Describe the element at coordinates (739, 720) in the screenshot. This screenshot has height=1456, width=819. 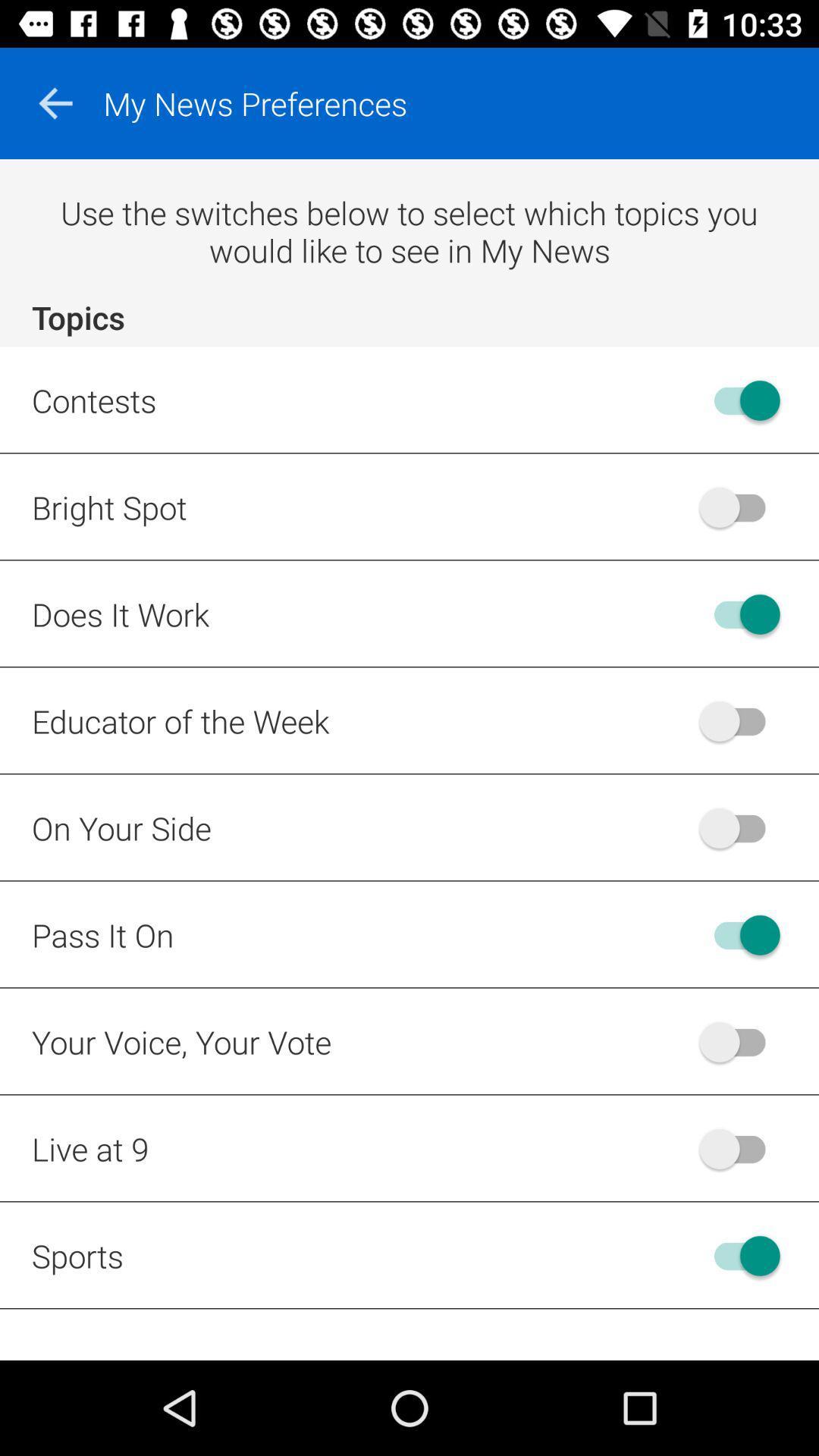
I see `toggles a on button` at that location.